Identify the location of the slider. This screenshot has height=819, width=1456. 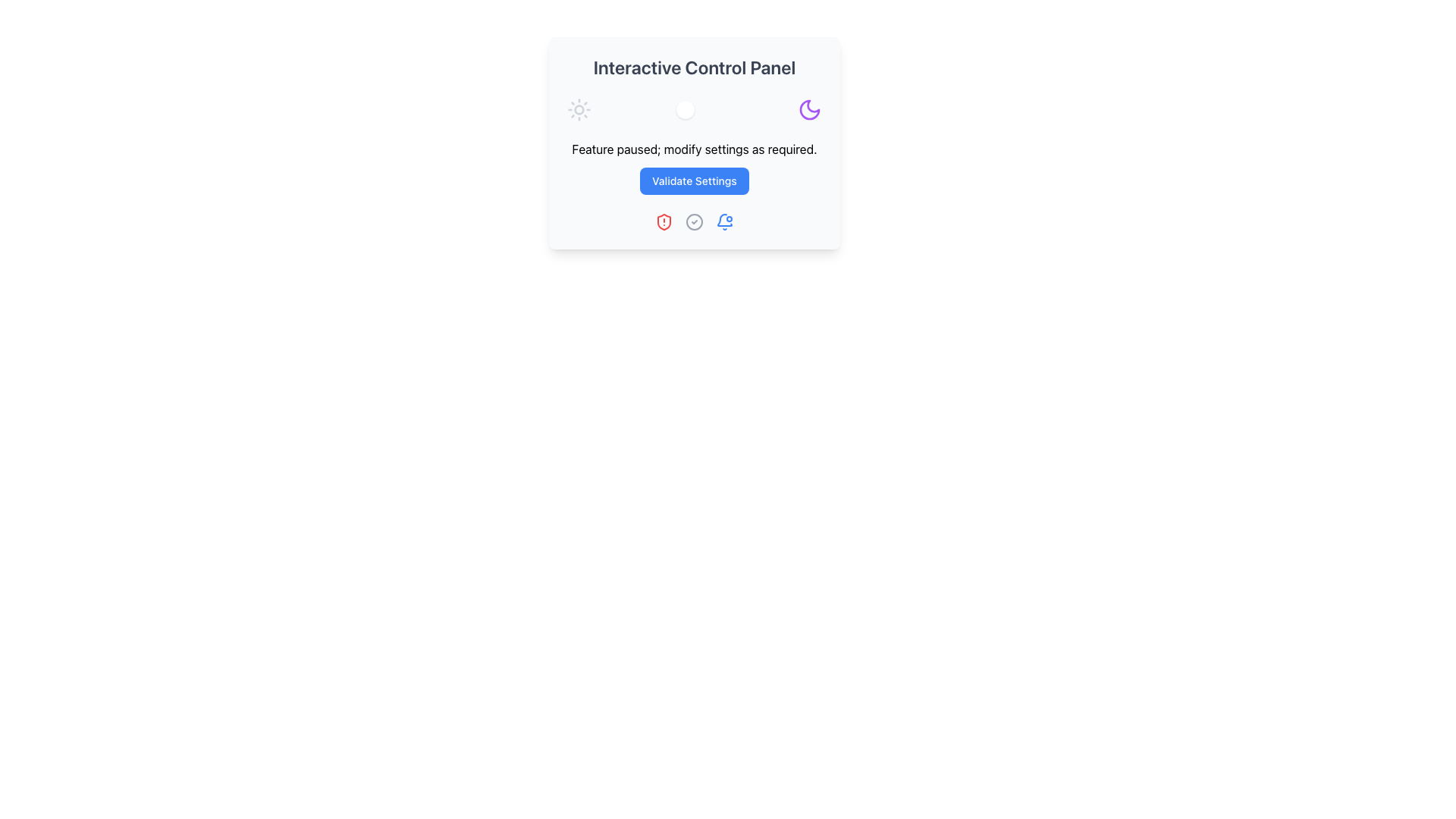
(699, 109).